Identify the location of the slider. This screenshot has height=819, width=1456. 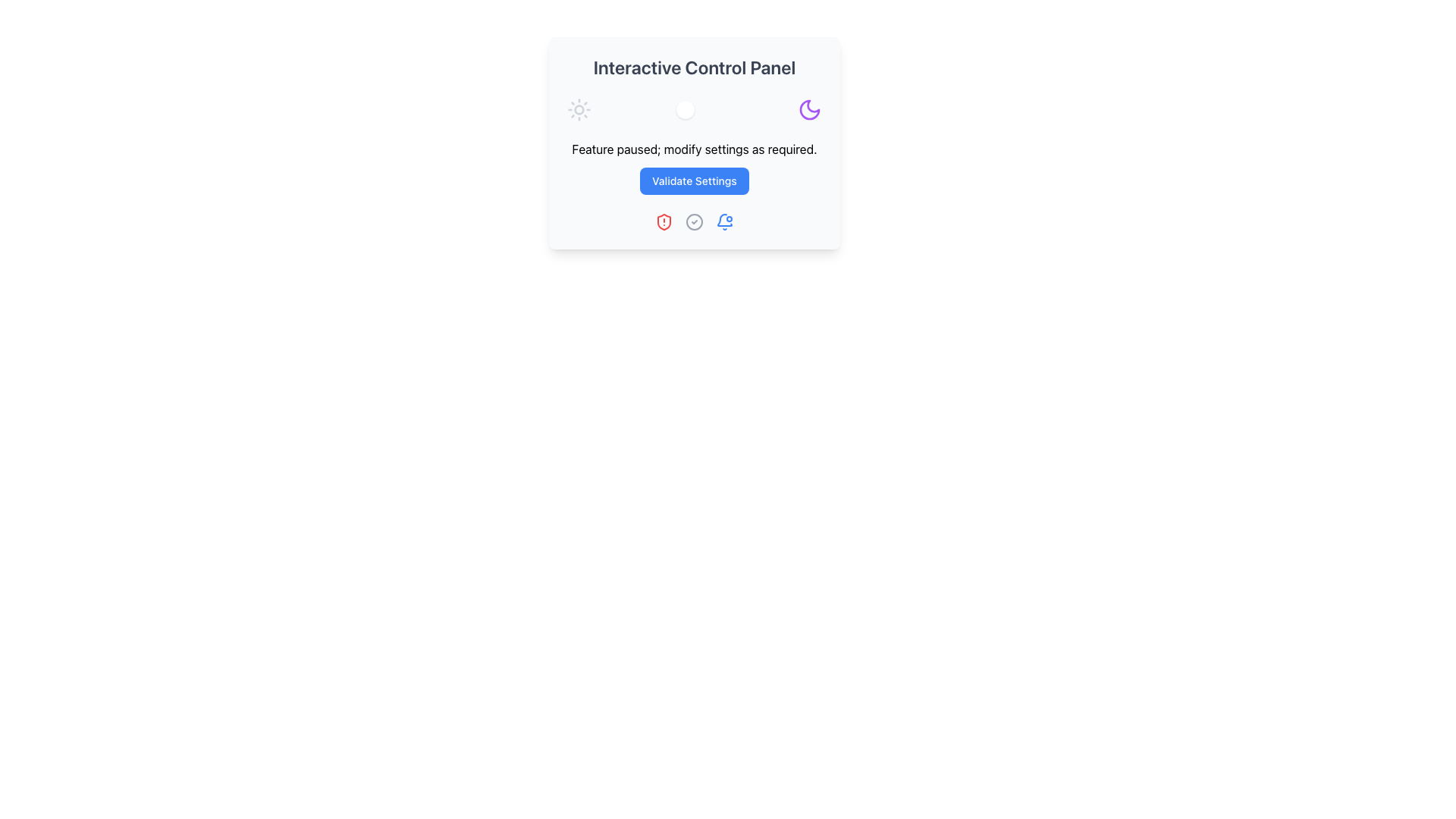
(699, 109).